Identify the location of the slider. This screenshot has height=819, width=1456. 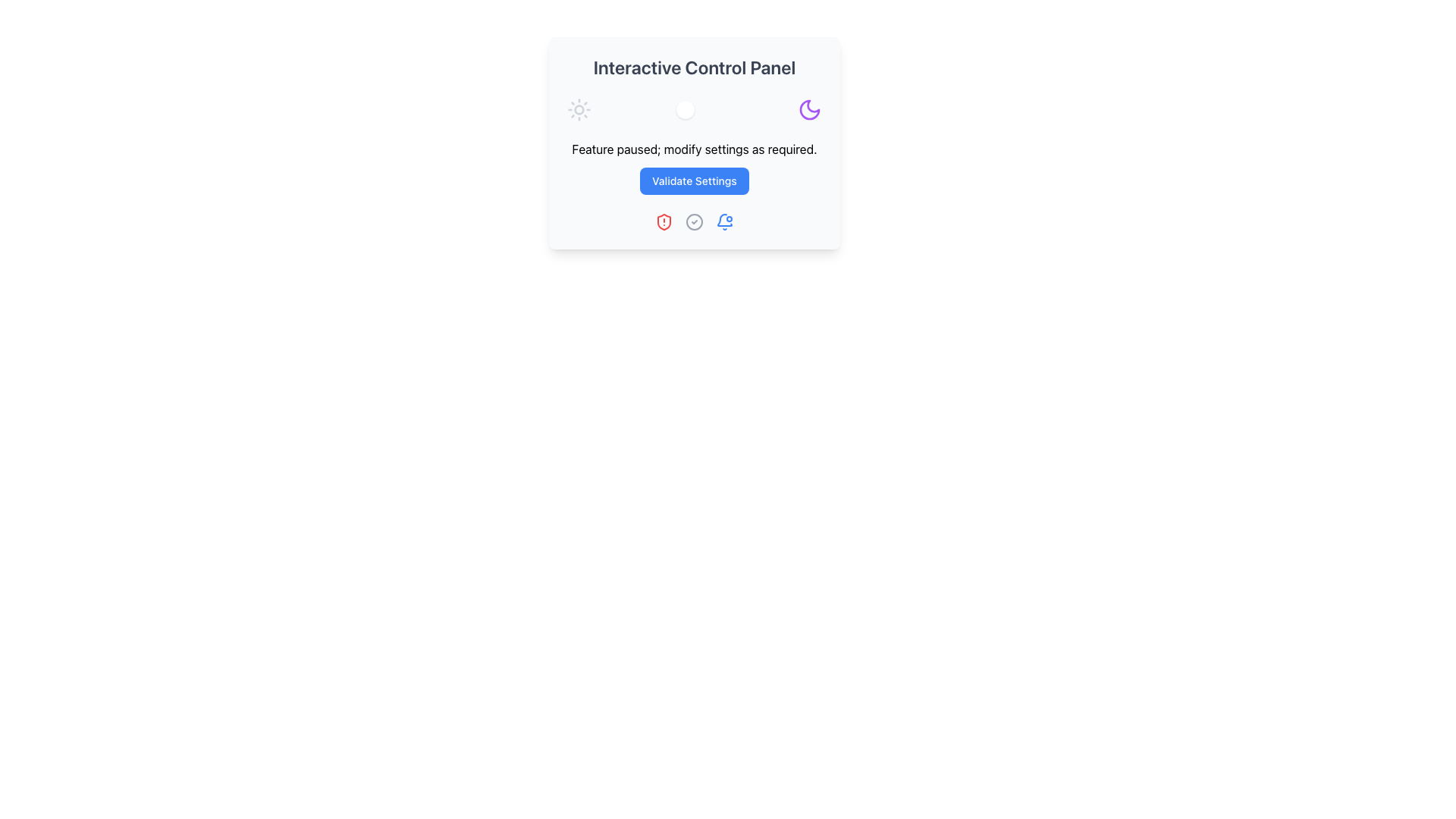
(699, 109).